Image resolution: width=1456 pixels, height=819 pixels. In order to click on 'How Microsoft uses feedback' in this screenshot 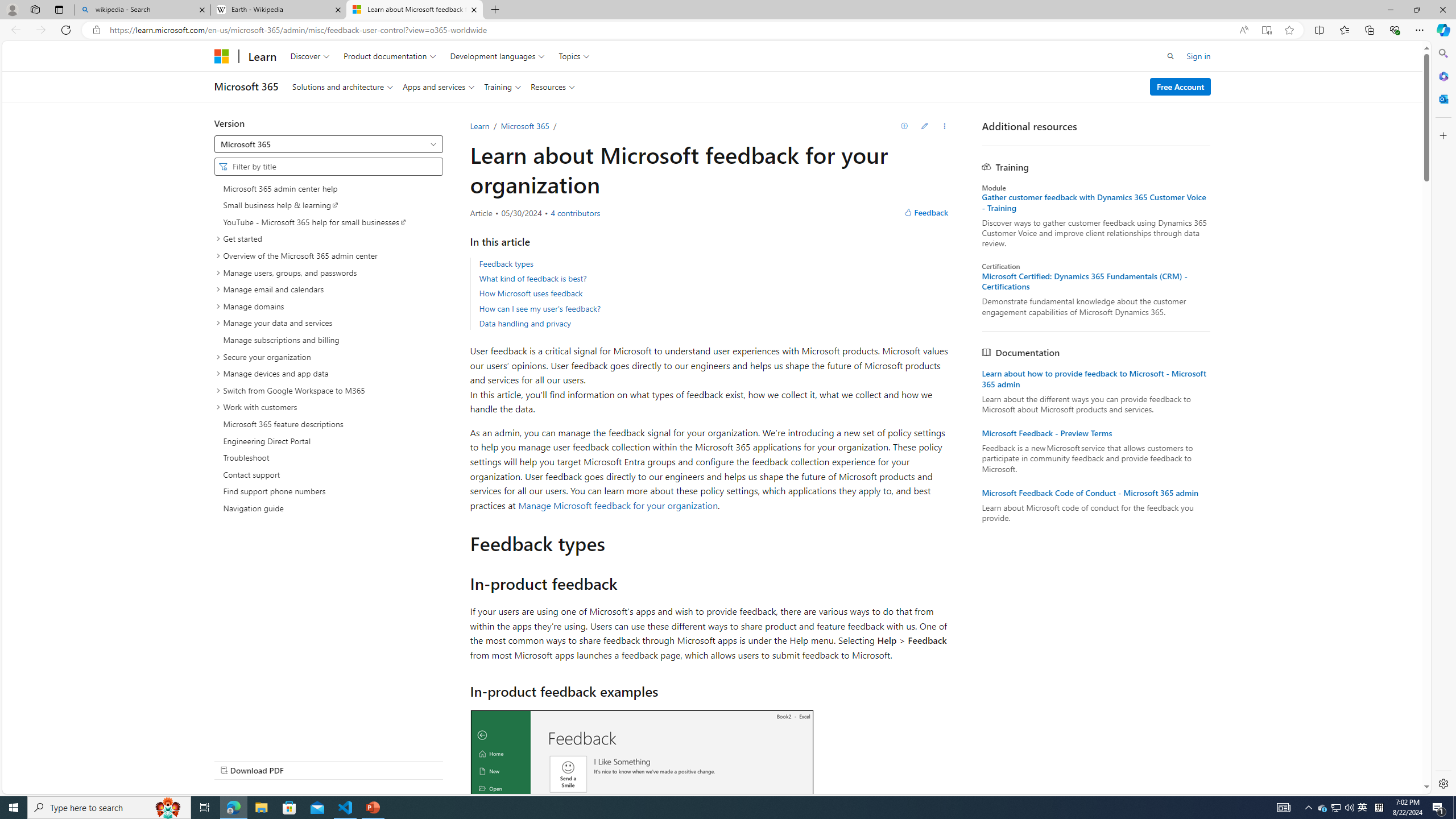, I will do `click(531, 292)`.